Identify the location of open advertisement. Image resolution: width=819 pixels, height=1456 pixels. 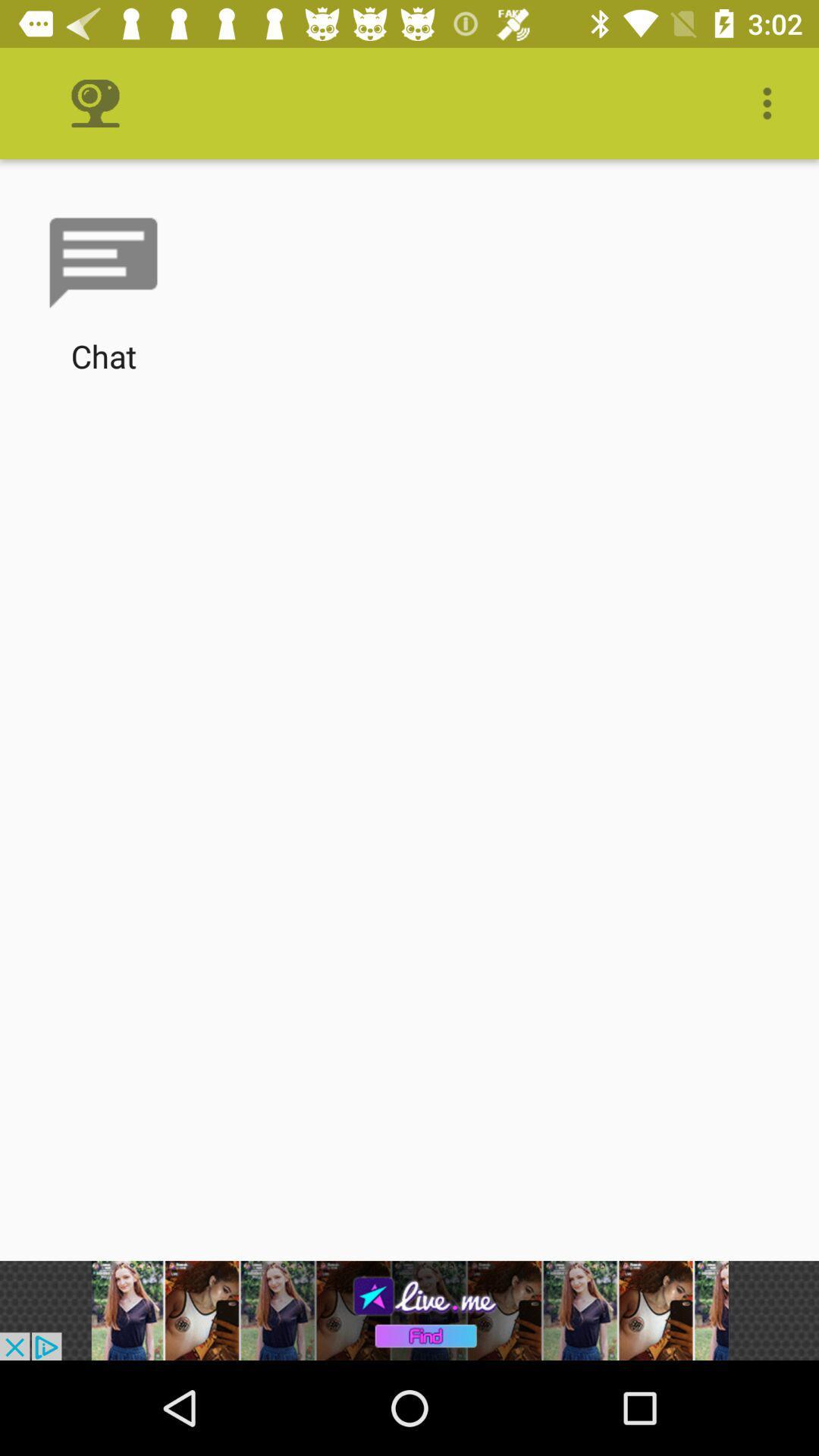
(409, 1310).